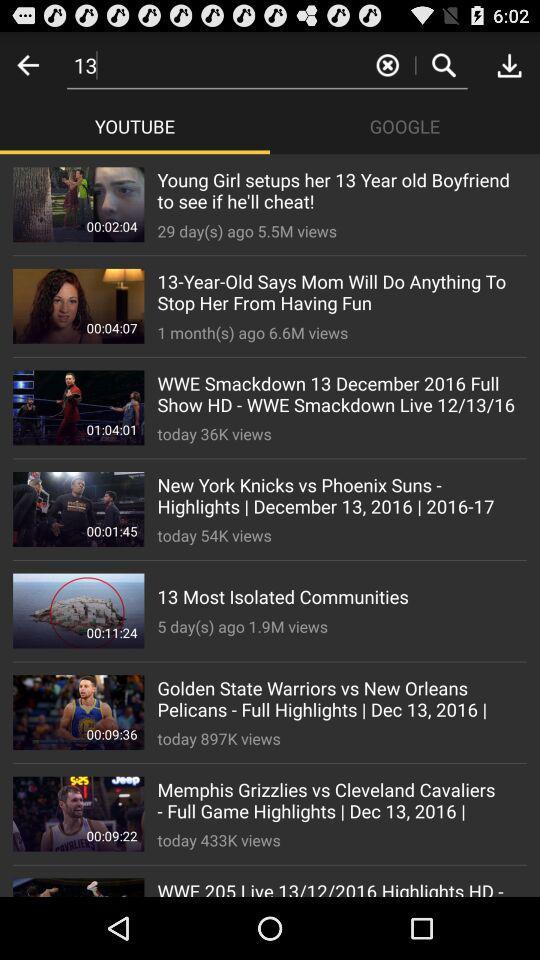  I want to click on download option, so click(509, 65).